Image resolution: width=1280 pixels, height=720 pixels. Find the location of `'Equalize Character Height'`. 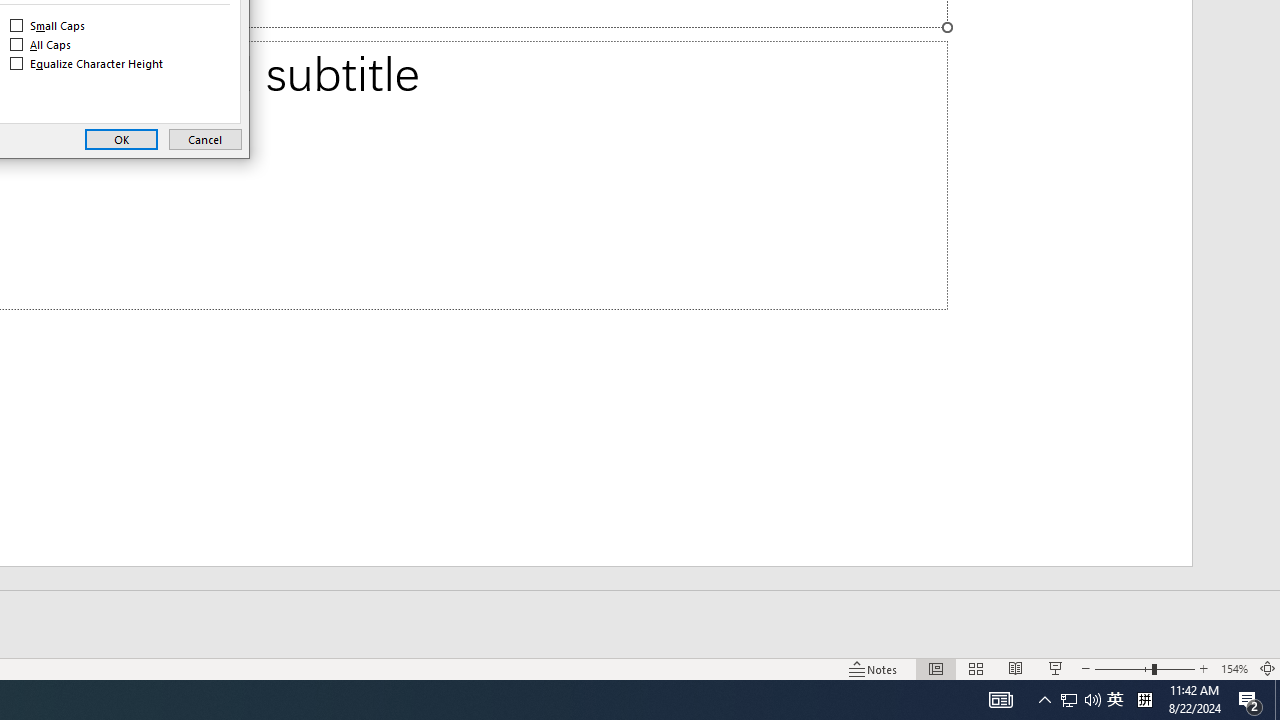

'Equalize Character Height' is located at coordinates (86, 63).